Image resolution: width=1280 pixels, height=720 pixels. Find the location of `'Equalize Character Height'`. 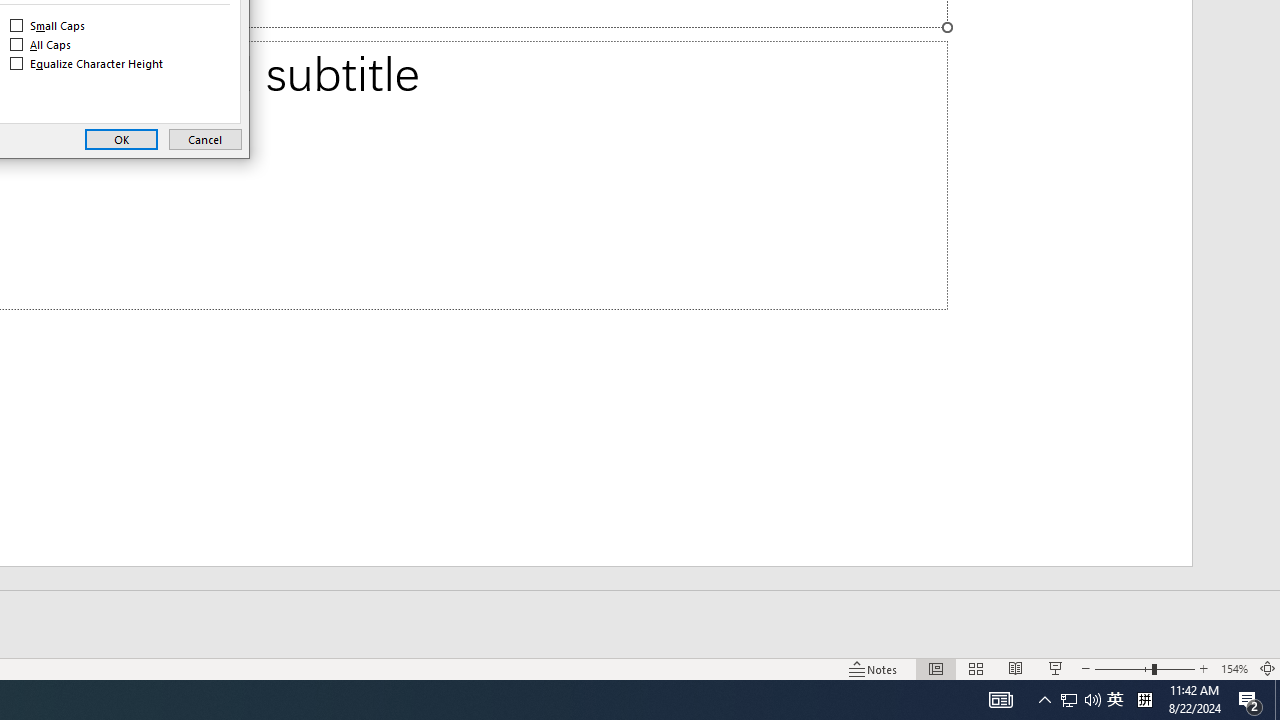

'Equalize Character Height' is located at coordinates (86, 63).